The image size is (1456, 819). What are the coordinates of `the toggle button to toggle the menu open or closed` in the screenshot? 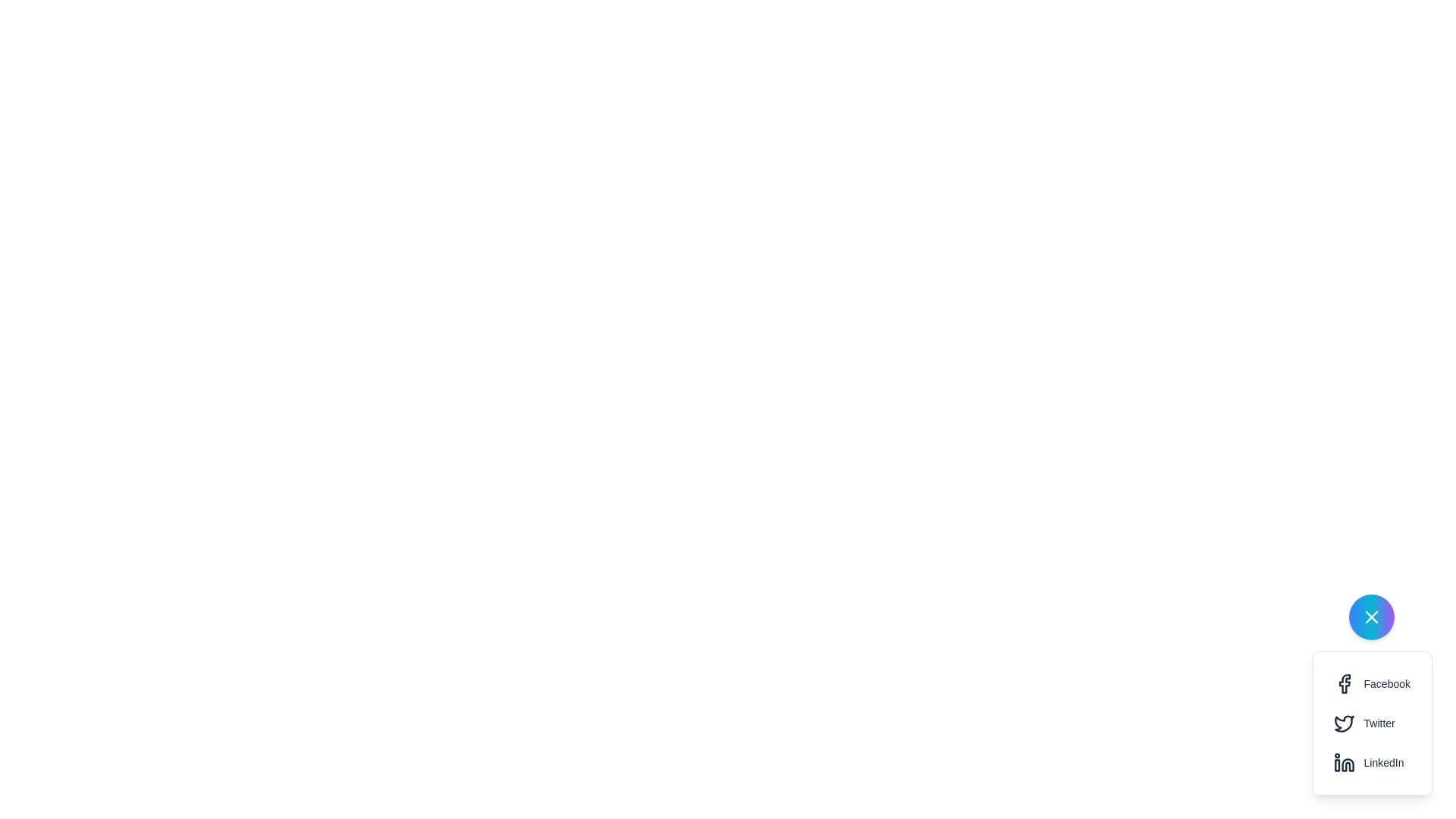 It's located at (1372, 617).